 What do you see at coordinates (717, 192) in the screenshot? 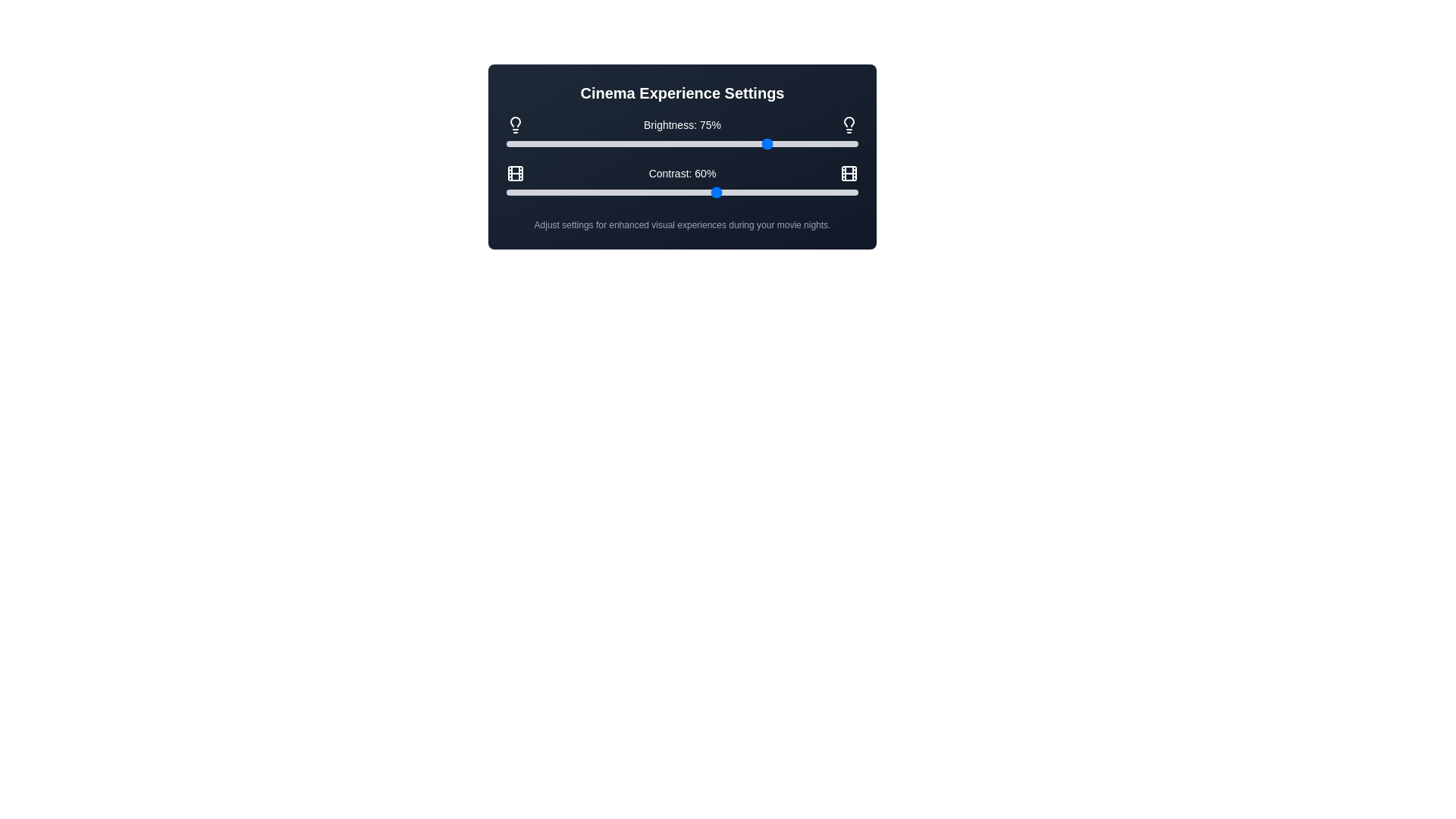
I see `the contrast slider to 60%` at bounding box center [717, 192].